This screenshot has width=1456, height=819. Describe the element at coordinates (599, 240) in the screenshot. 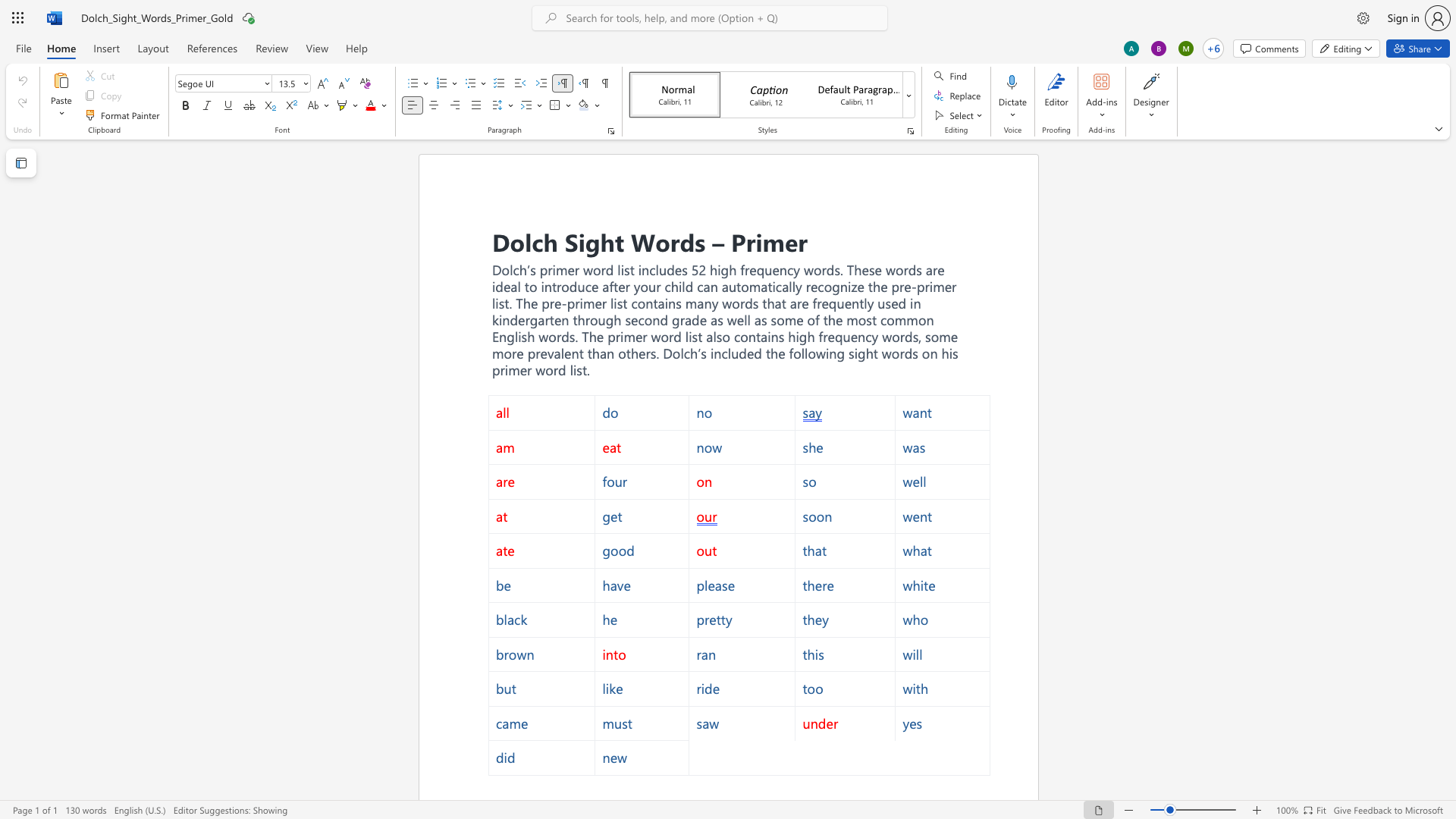

I see `the space between the continuous character "g" and "h" in the text` at that location.